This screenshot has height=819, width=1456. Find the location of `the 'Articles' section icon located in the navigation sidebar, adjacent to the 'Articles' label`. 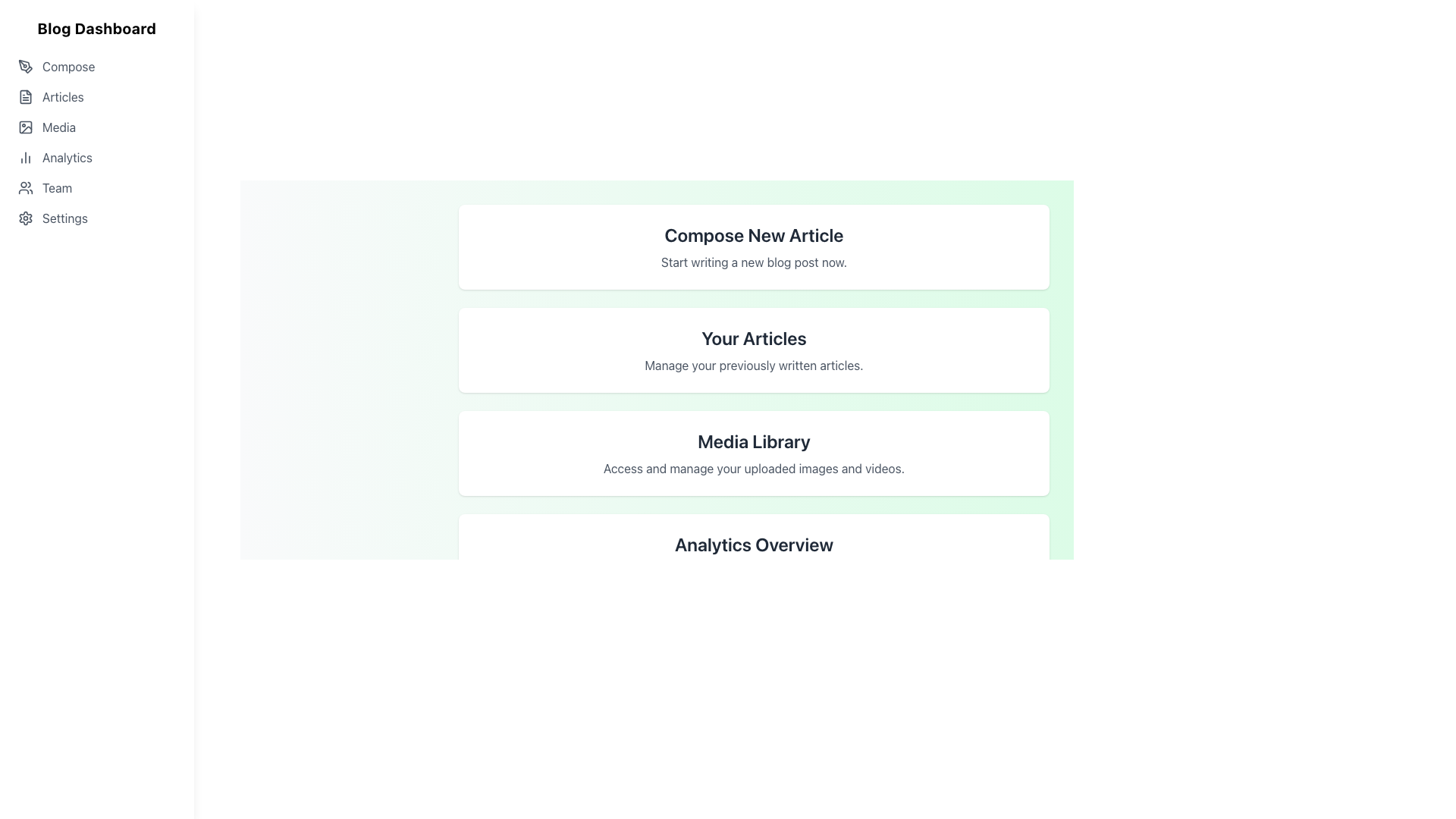

the 'Articles' section icon located in the navigation sidebar, adjacent to the 'Articles' label is located at coordinates (25, 96).